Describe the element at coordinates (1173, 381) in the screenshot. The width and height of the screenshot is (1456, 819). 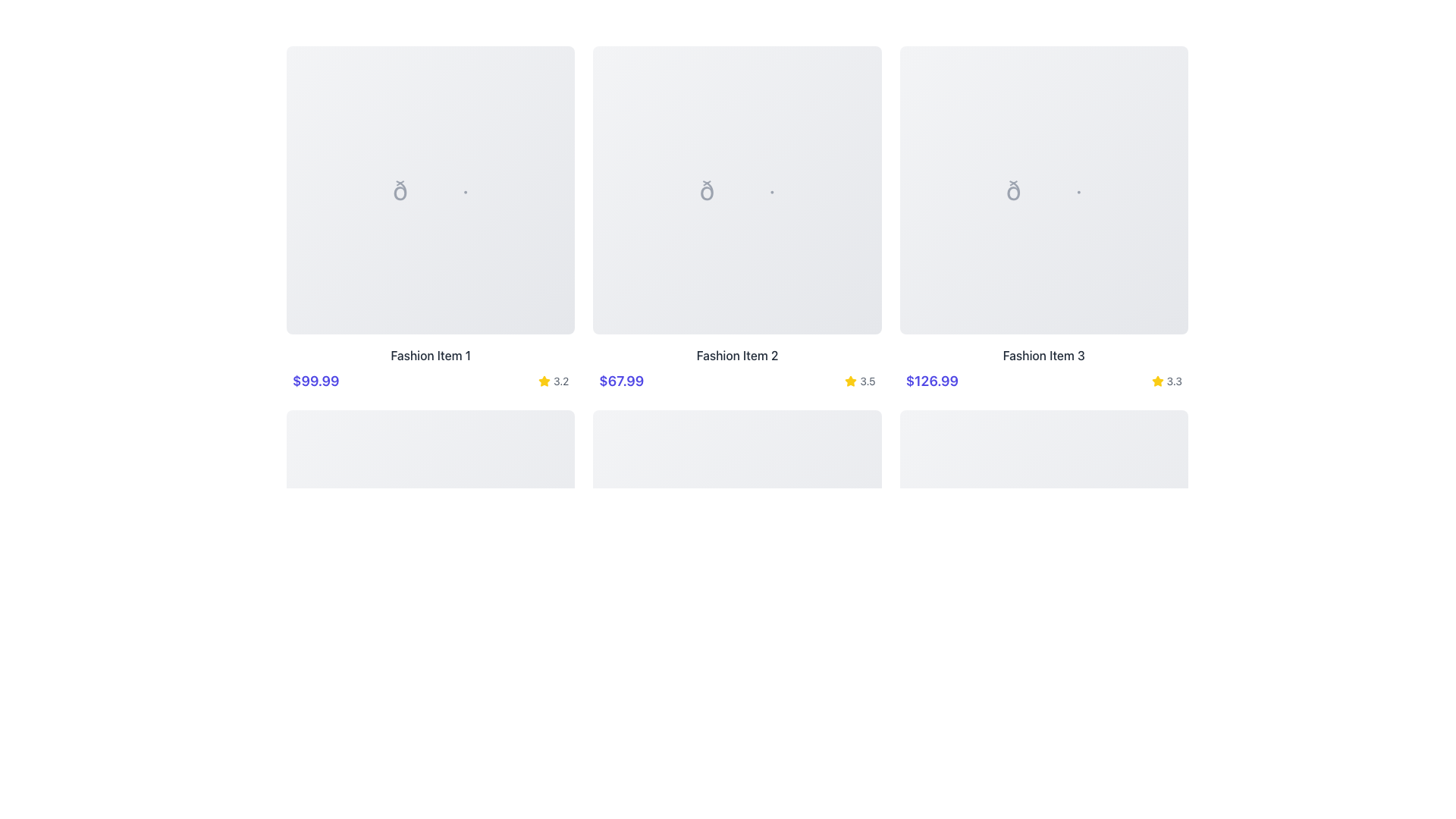
I see `the small text label displaying the numeric value '3.3' located in the rating section under 'Fashion Item 3', positioned to the right of the star-shaped icon` at that location.